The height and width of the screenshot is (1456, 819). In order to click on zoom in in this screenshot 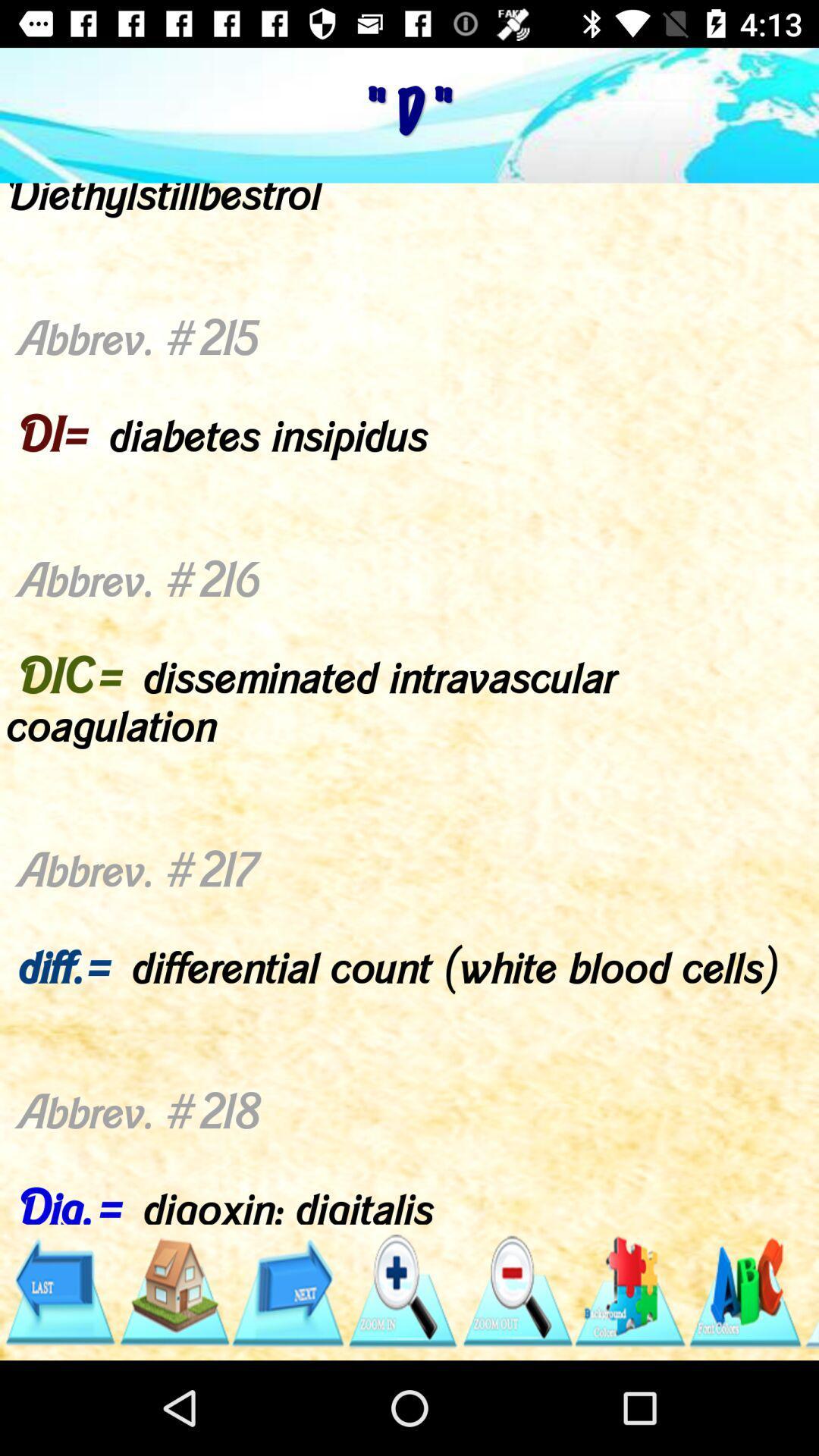, I will do `click(401, 1291)`.